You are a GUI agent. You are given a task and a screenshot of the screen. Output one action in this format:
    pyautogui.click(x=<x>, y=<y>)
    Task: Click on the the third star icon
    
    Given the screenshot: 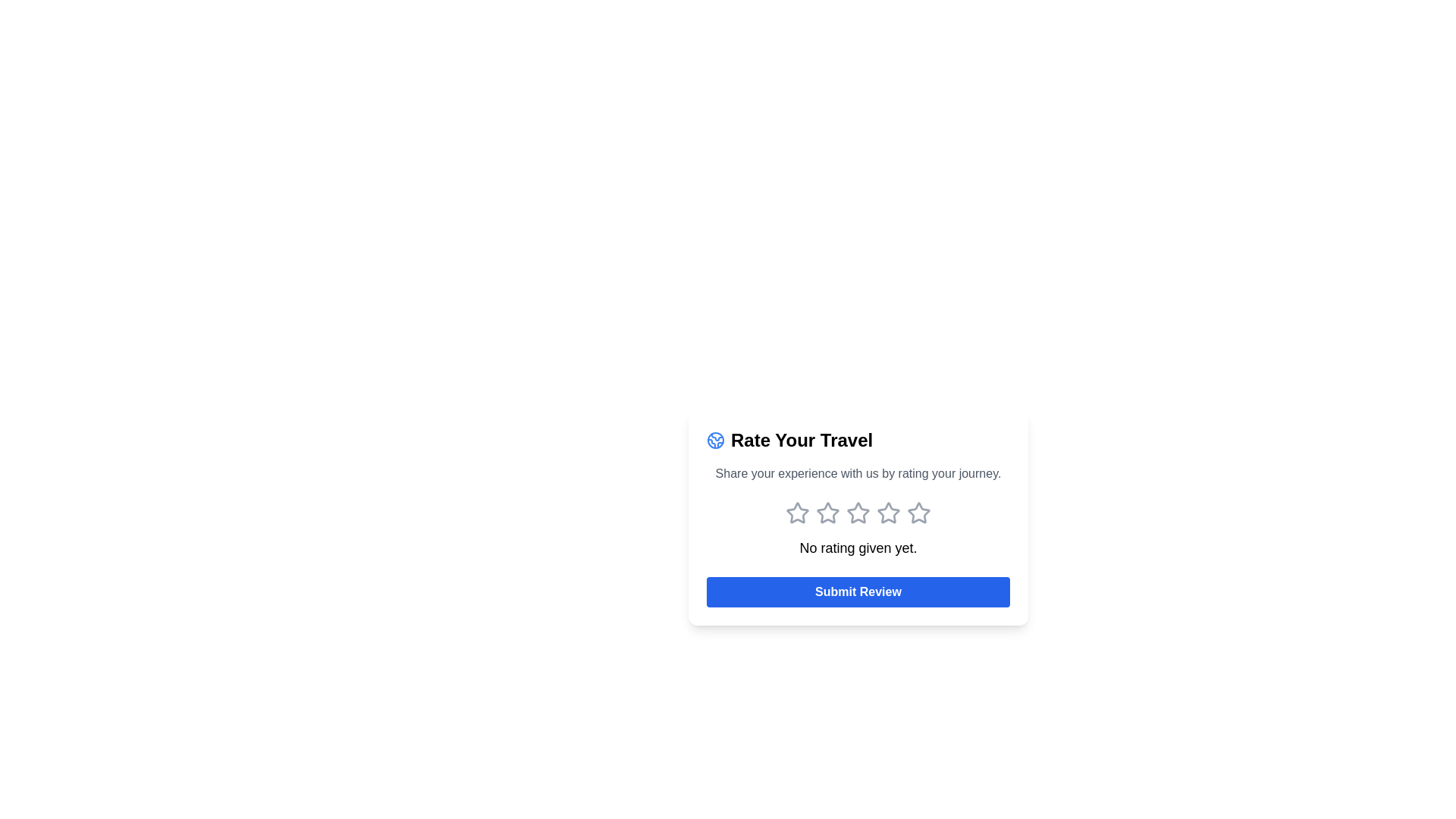 What is the action you would take?
    pyautogui.click(x=888, y=512)
    